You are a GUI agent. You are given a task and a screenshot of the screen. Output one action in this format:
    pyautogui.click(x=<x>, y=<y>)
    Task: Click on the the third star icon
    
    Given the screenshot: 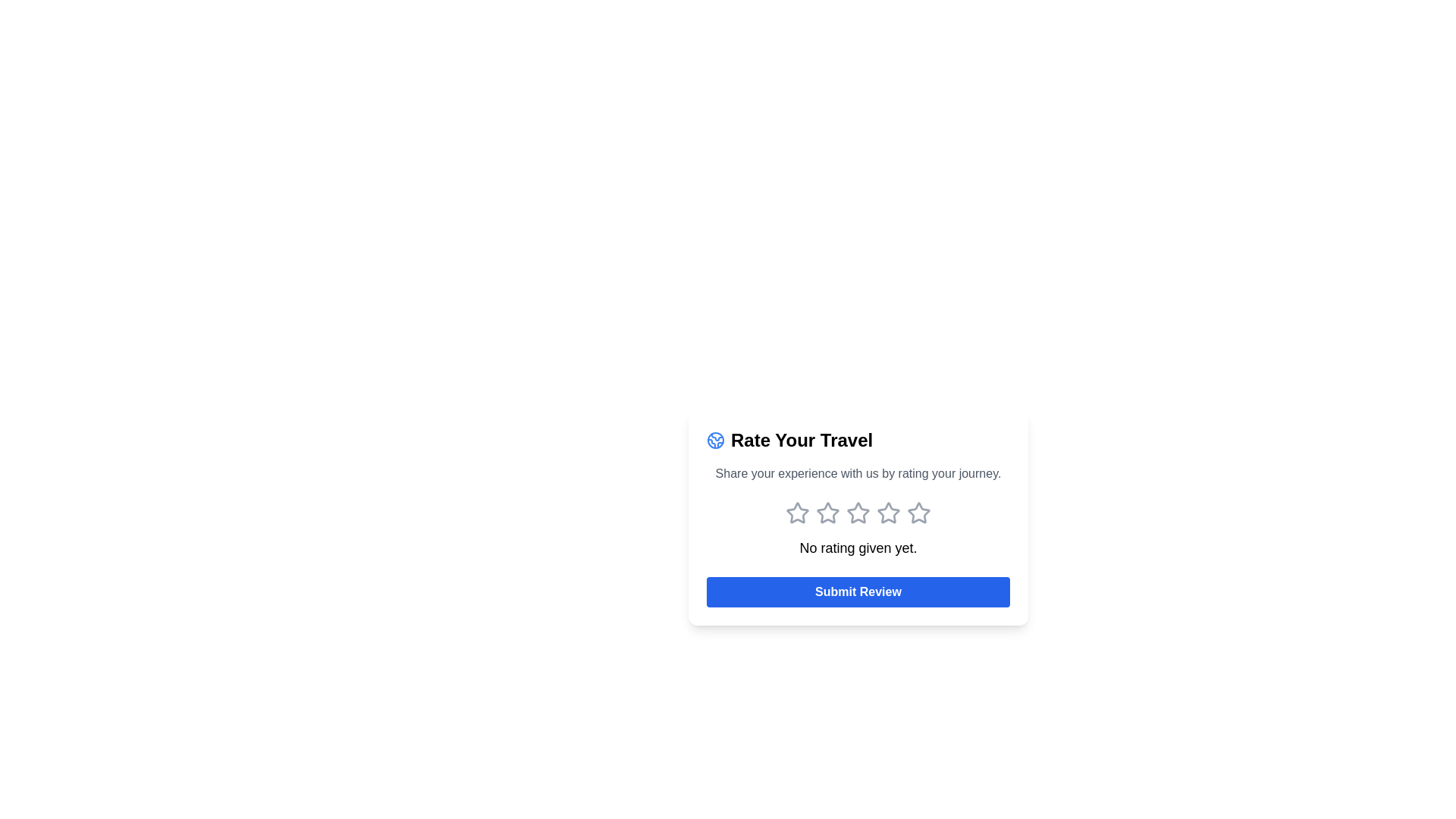 What is the action you would take?
    pyautogui.click(x=888, y=512)
    